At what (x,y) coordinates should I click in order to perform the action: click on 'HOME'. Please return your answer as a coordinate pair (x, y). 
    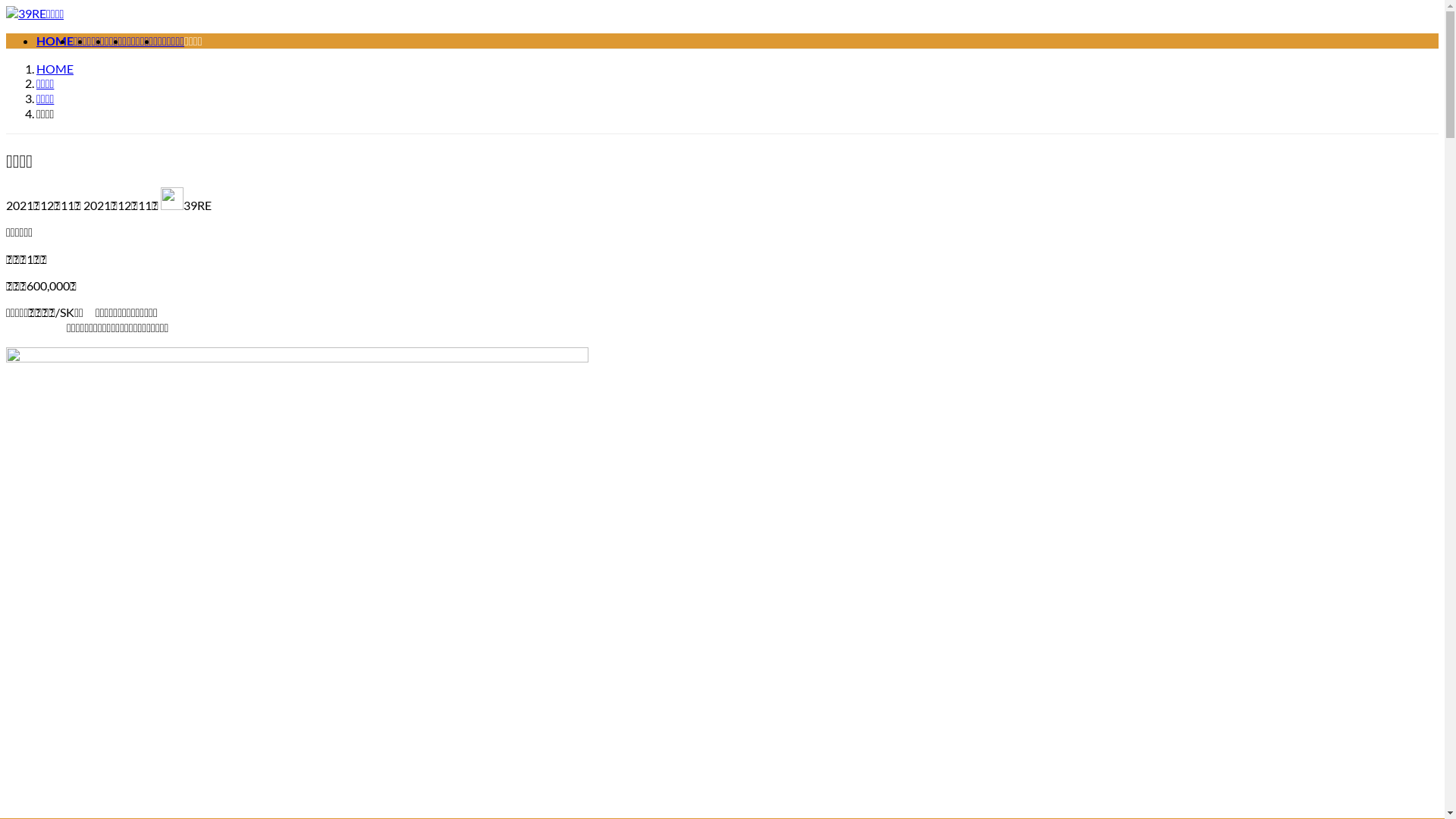
    Looking at the image, I should click on (55, 68).